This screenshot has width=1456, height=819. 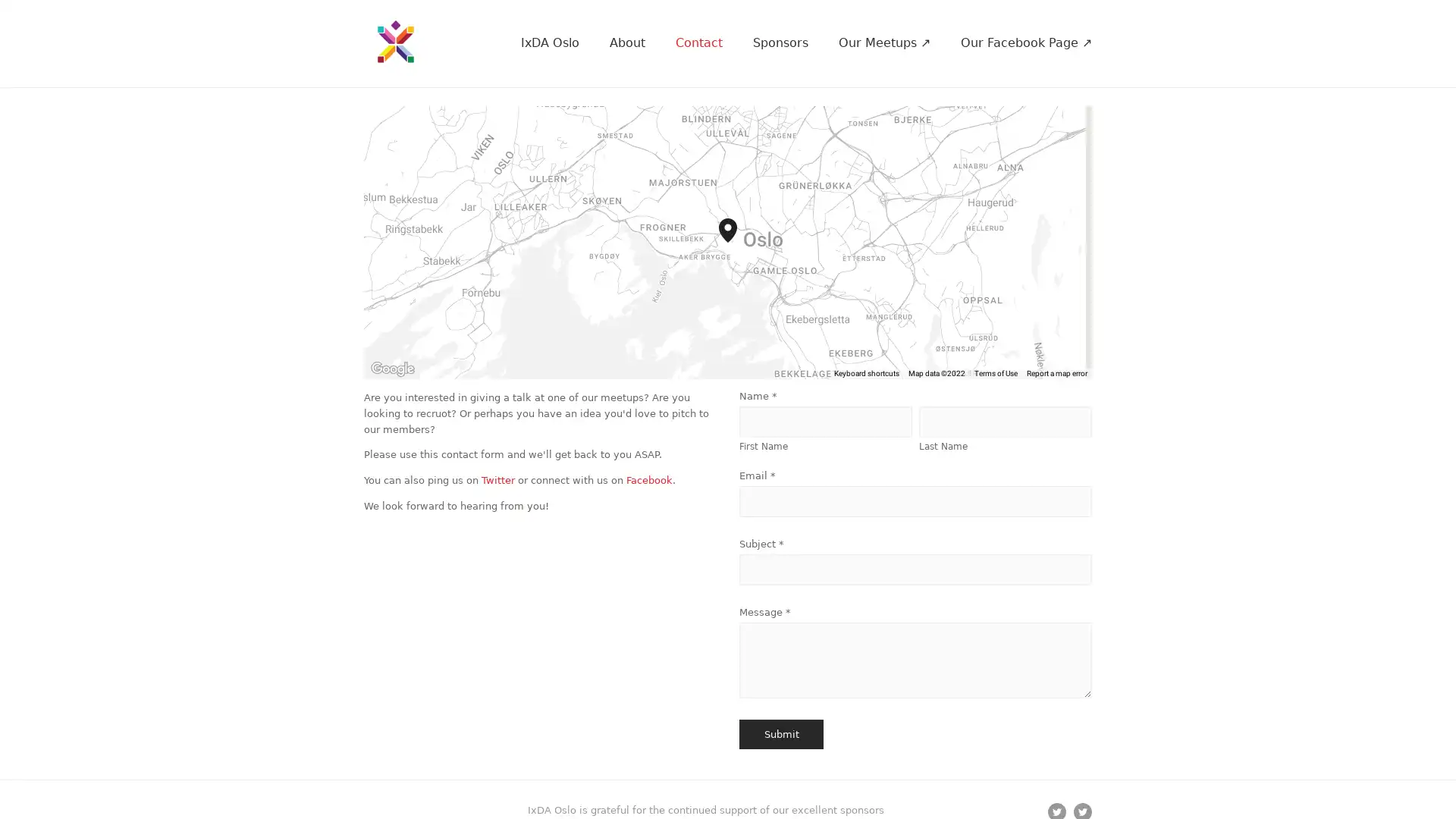 What do you see at coordinates (737, 242) in the screenshot?
I see `Tordenskioldsgate 3 Oslo, Oslo, Norway` at bounding box center [737, 242].